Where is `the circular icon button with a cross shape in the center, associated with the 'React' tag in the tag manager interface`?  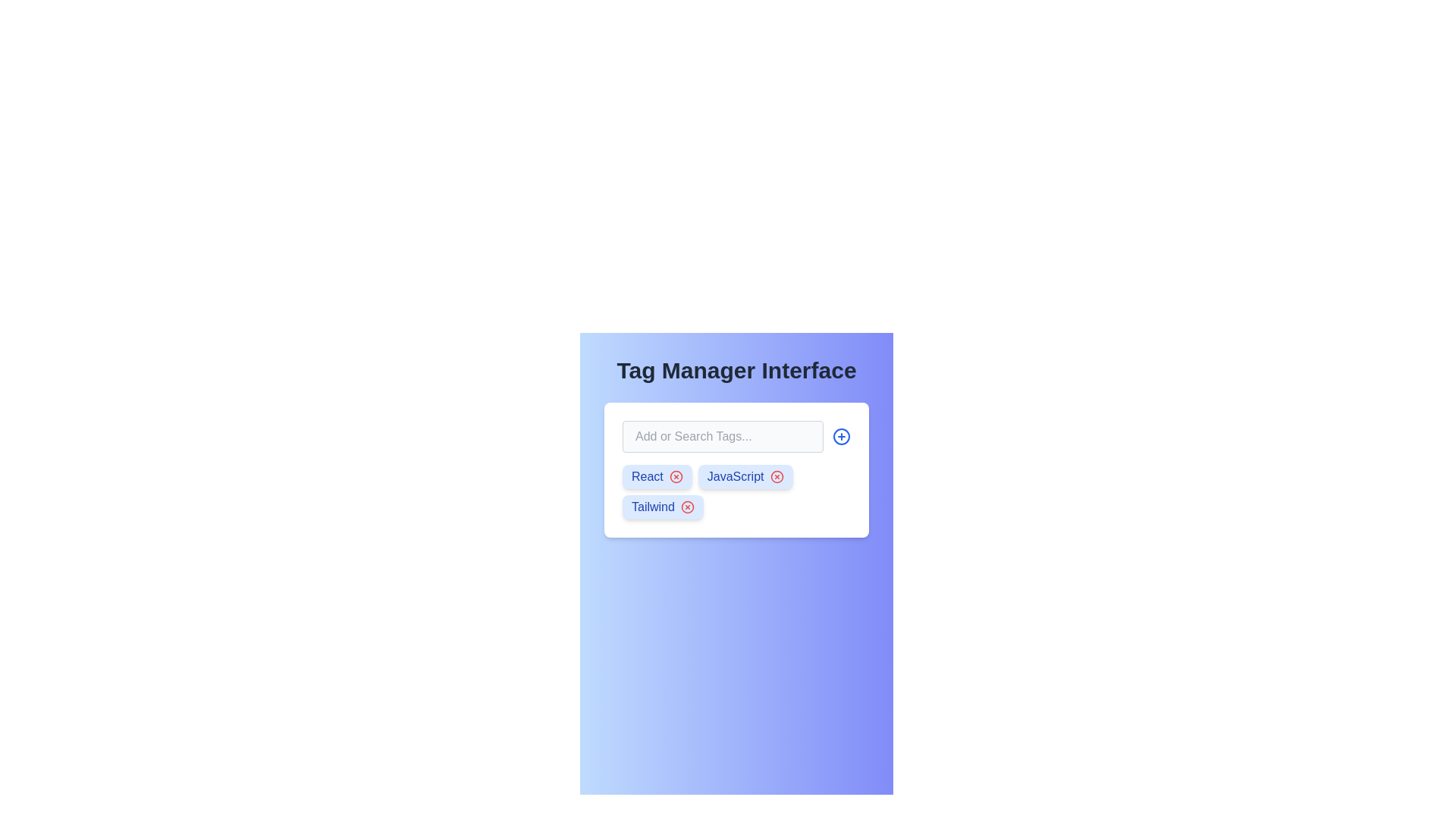
the circular icon button with a cross shape in the center, associated with the 'React' tag in the tag manager interface is located at coordinates (675, 475).